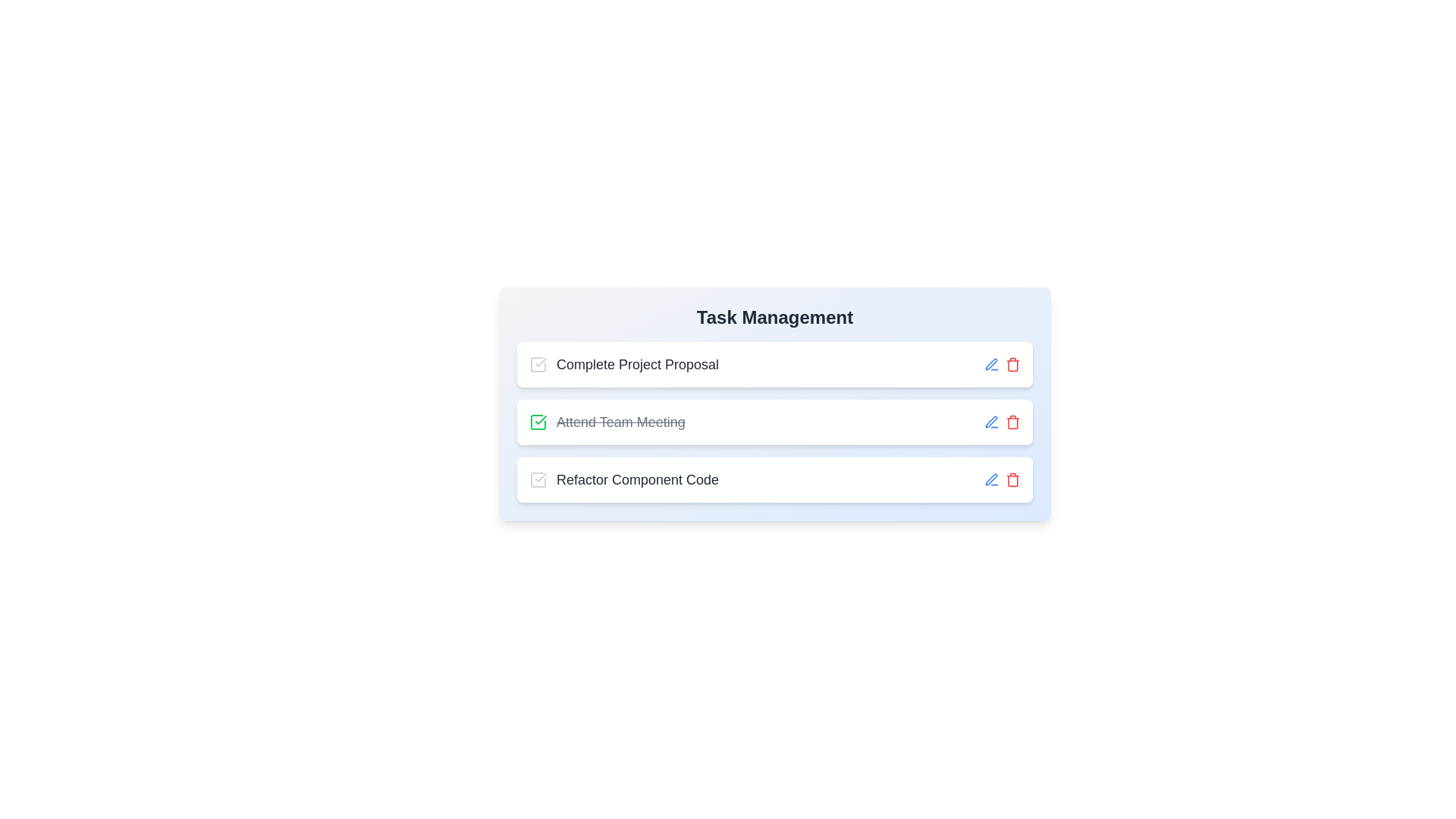 This screenshot has width=1456, height=819. I want to click on the Checkbox icon indicating the completed state for the task 'Attend Team Meeting', which is located in the Task Management list, so click(538, 422).